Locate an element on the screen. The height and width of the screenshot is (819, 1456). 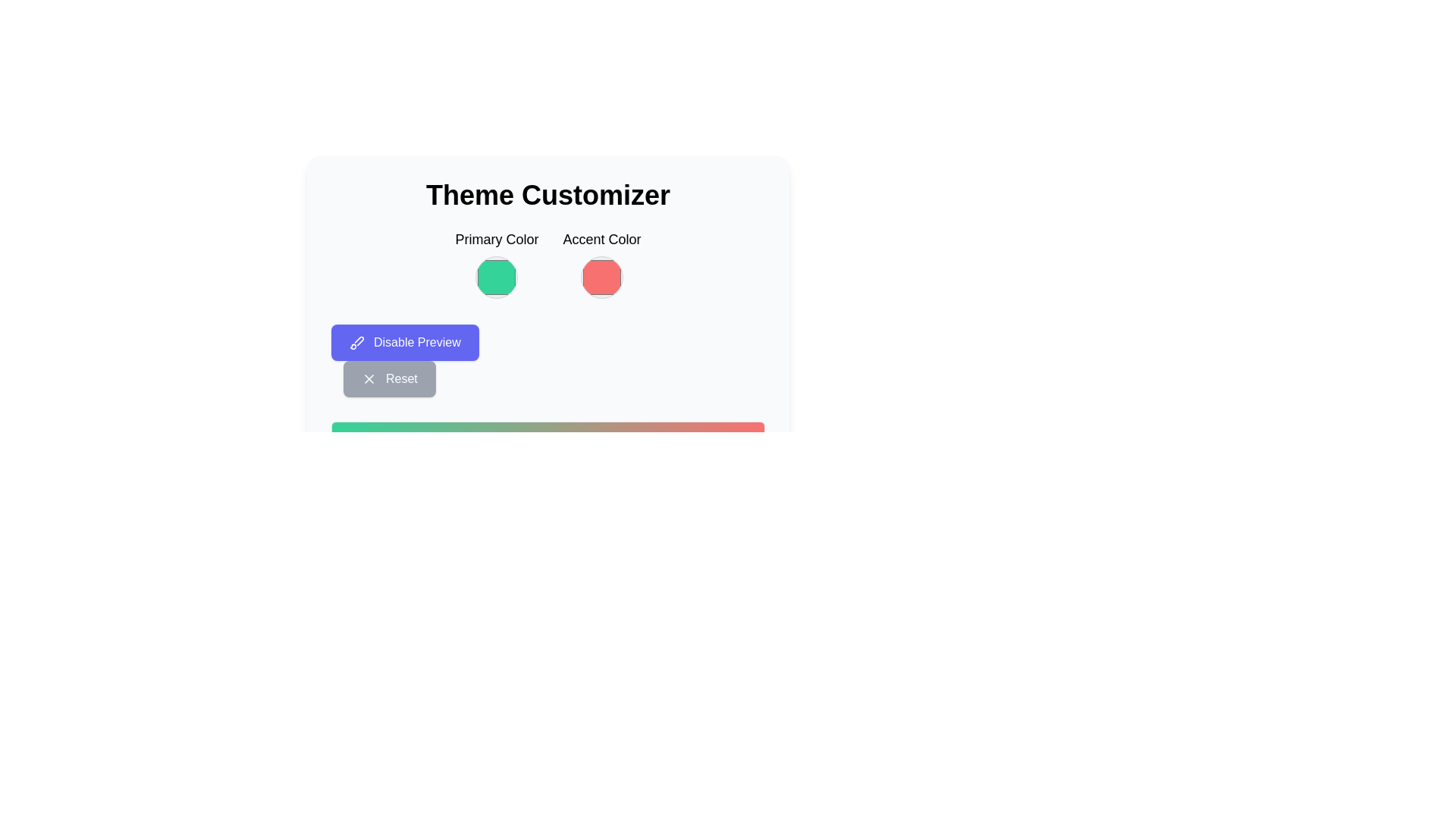
the label that indicates the purpose of the adjacent color preview representing the primary color, located centrally above the circular color preview is located at coordinates (497, 239).